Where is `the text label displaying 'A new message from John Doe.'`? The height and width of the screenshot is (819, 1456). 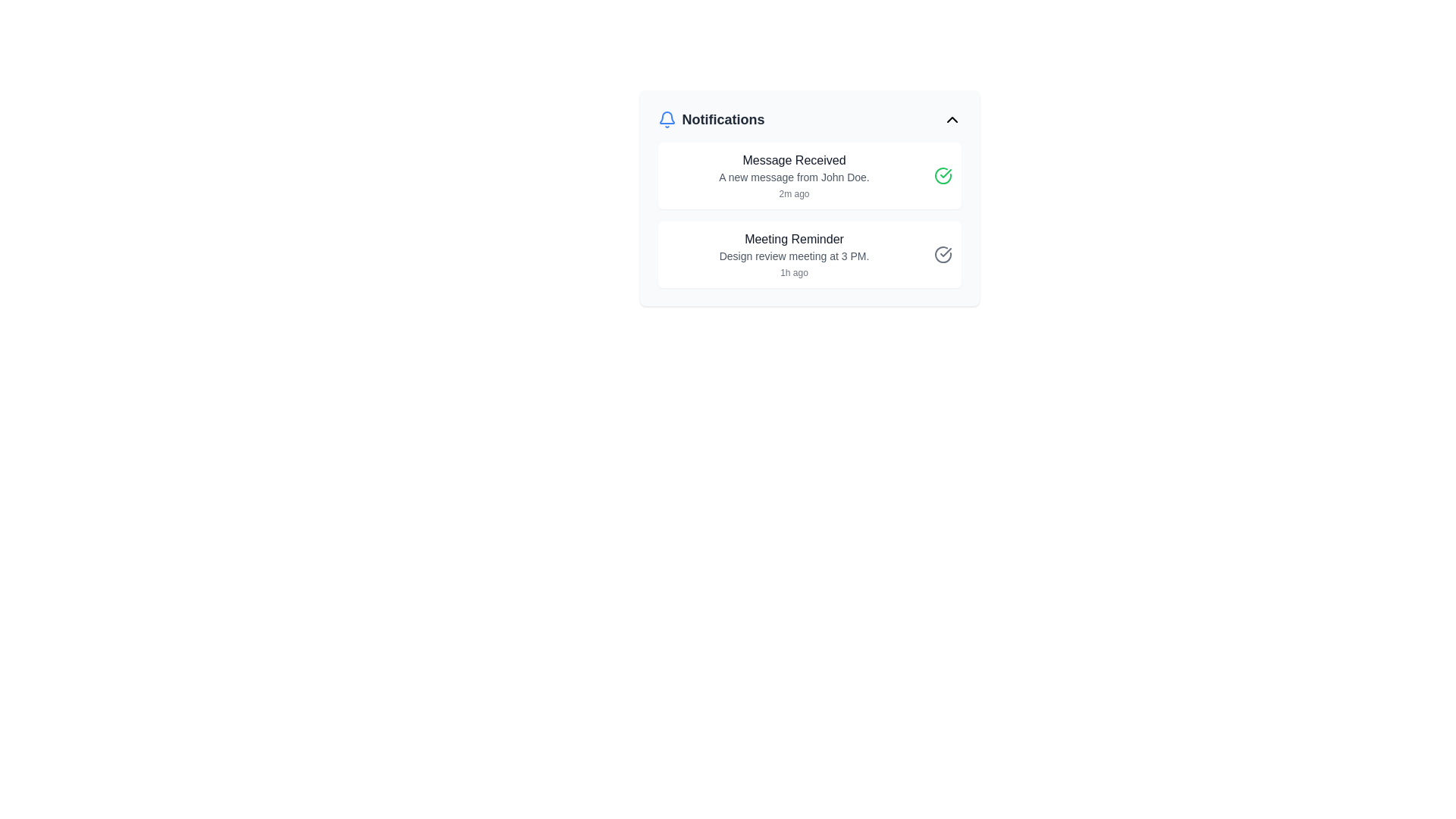
the text label displaying 'A new message from John Doe.' is located at coordinates (793, 177).